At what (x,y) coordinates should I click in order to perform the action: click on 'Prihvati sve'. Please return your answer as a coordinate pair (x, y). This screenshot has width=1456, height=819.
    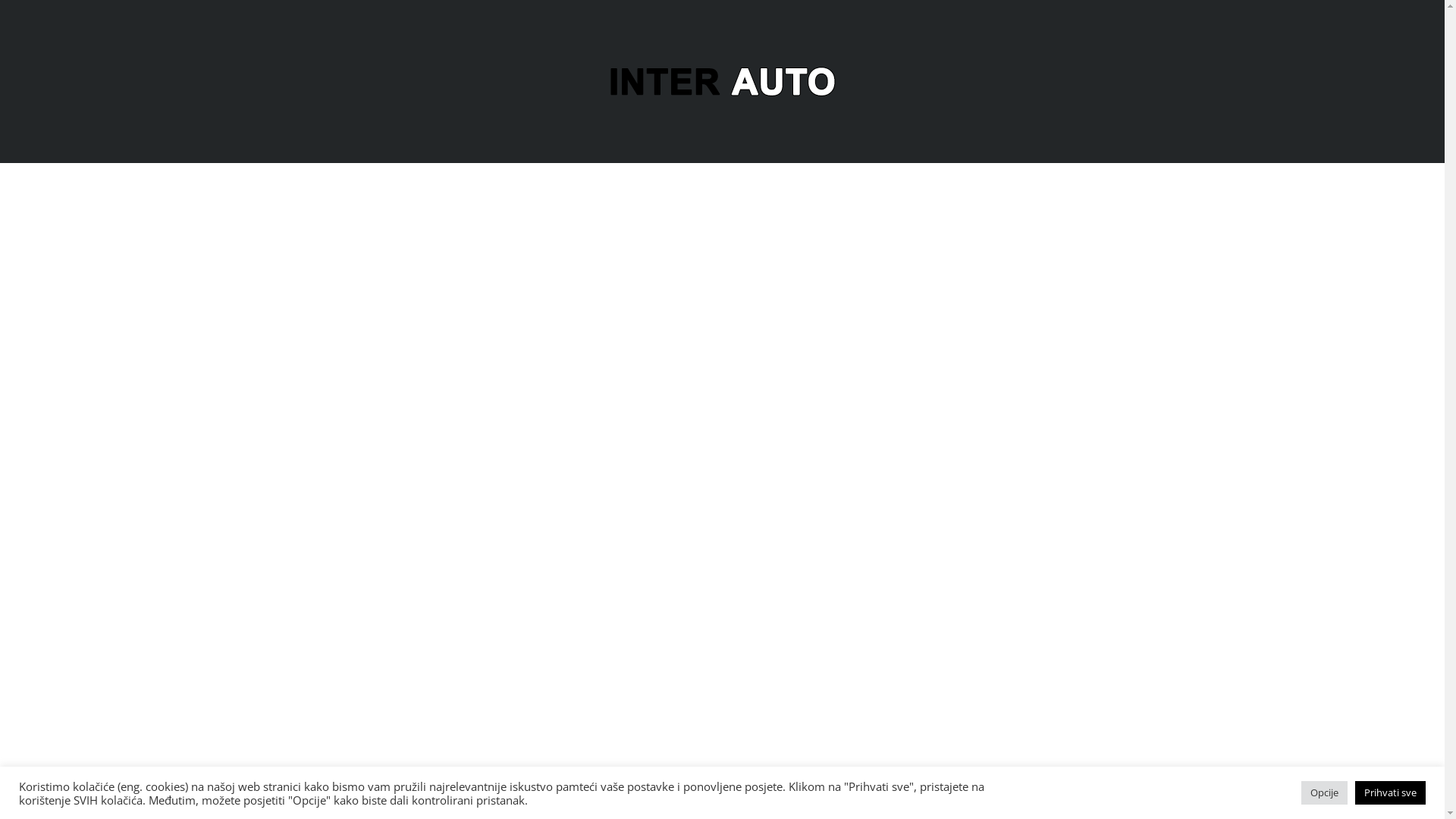
    Looking at the image, I should click on (1390, 792).